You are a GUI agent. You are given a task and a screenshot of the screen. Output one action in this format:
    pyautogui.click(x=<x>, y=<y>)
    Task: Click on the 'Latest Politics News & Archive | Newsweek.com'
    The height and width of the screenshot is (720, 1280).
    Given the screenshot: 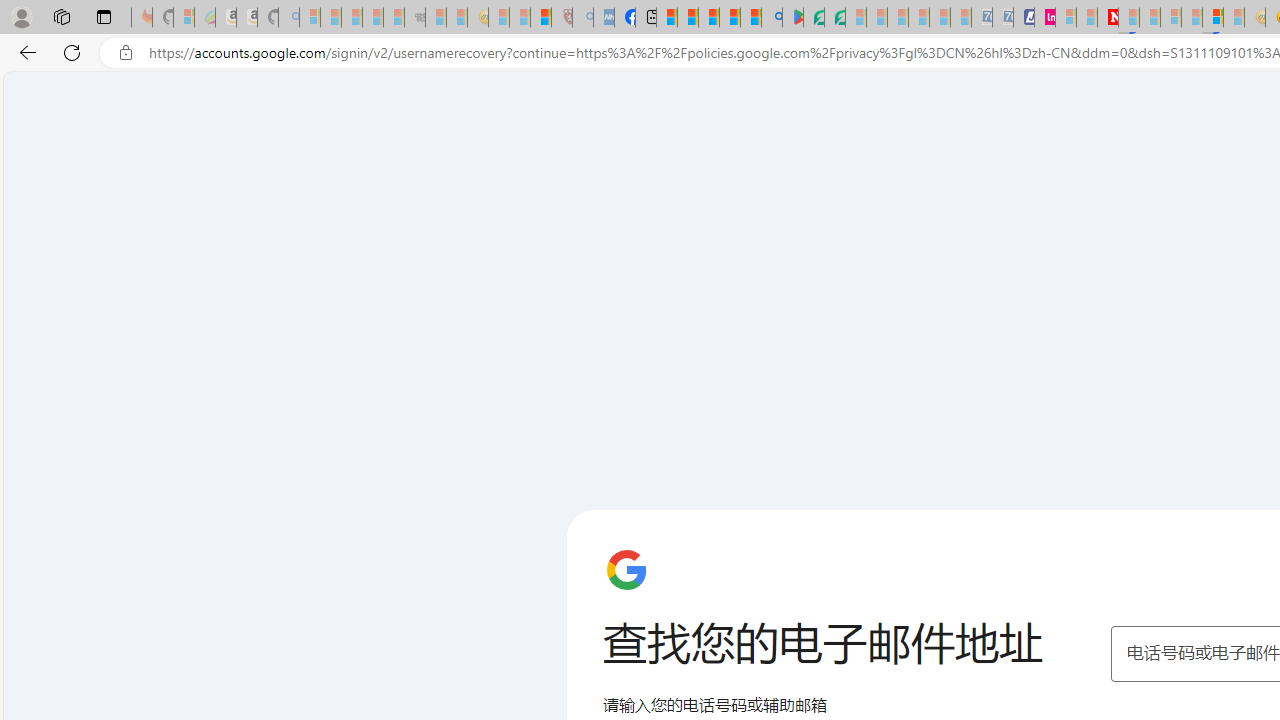 What is the action you would take?
    pyautogui.click(x=1106, y=17)
    